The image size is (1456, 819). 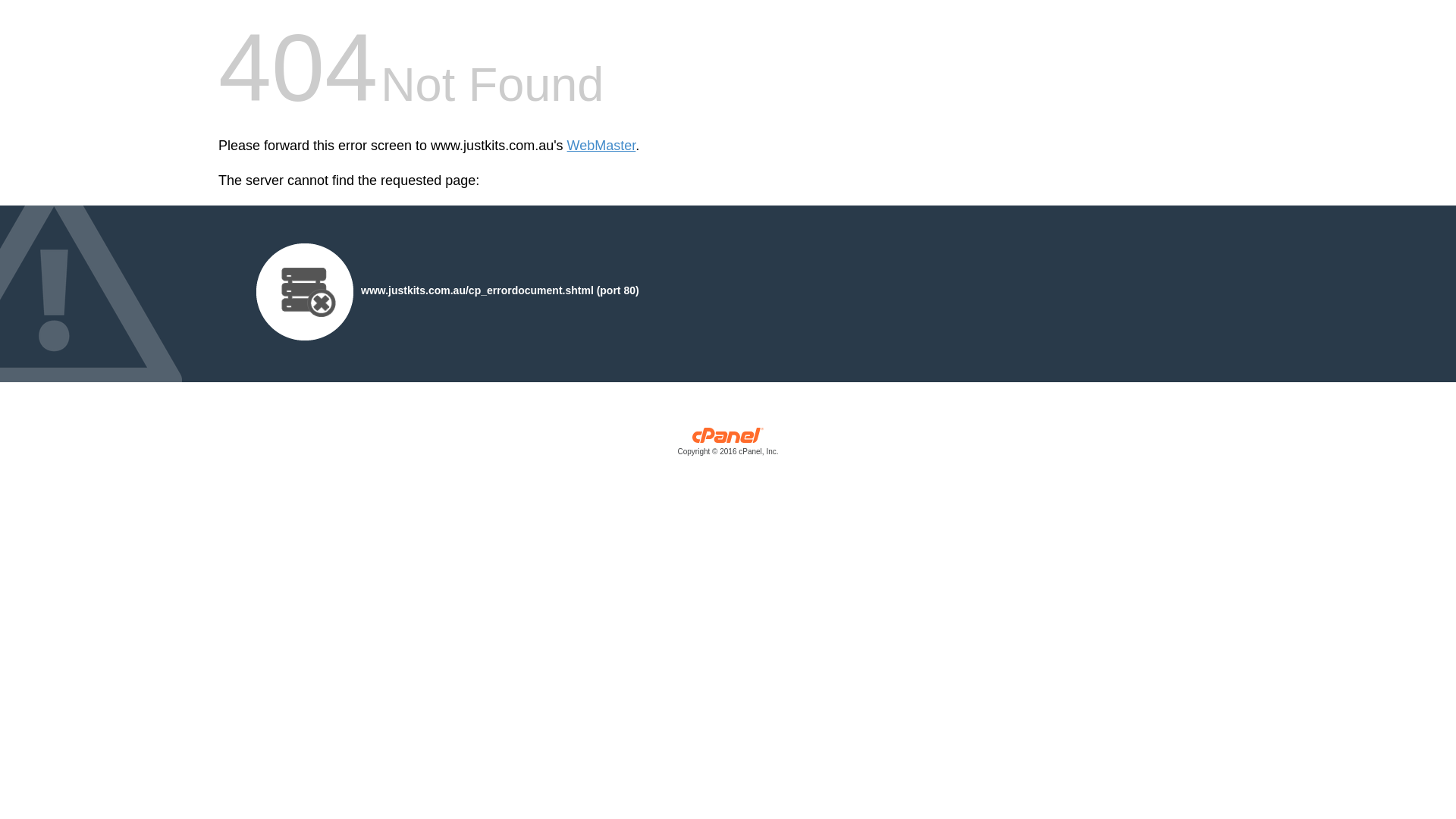 What do you see at coordinates (601, 146) in the screenshot?
I see `'WebMaster'` at bounding box center [601, 146].